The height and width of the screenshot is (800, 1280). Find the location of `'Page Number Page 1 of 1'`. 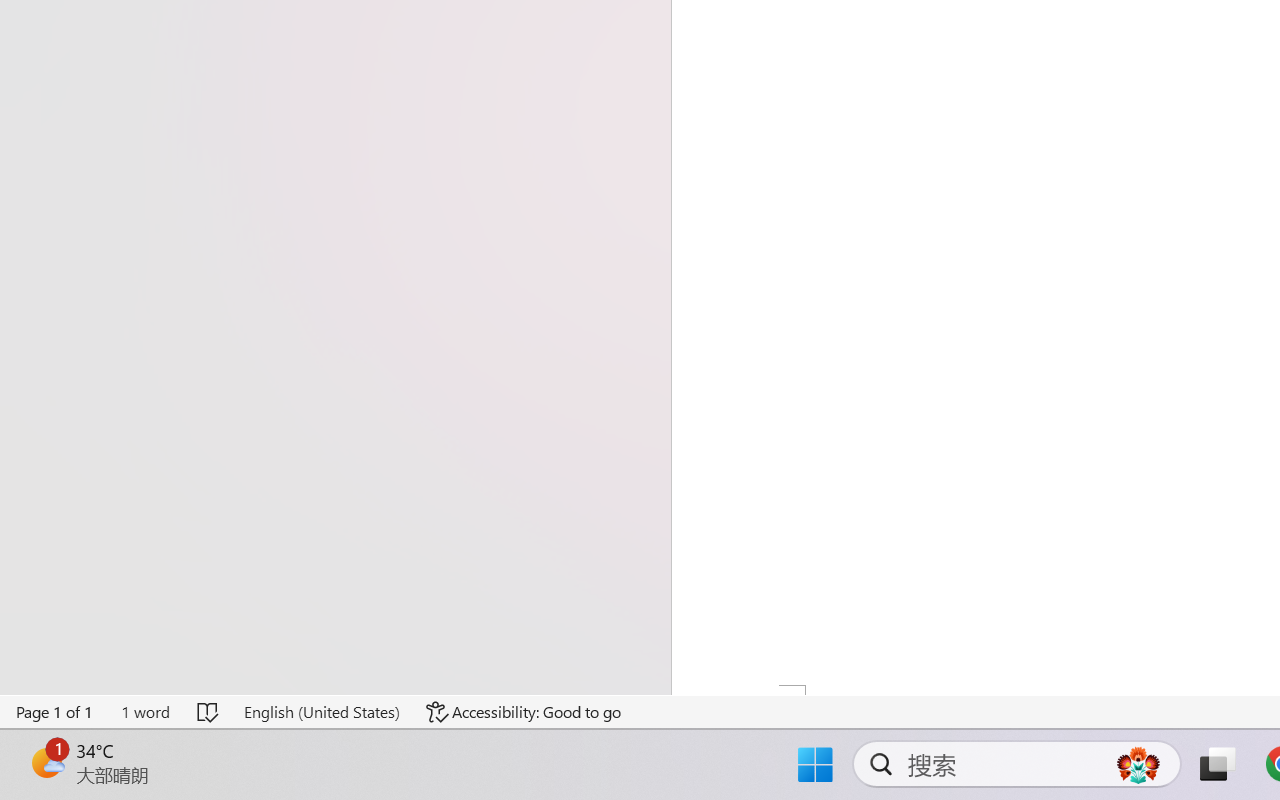

'Page Number Page 1 of 1' is located at coordinates (55, 711).